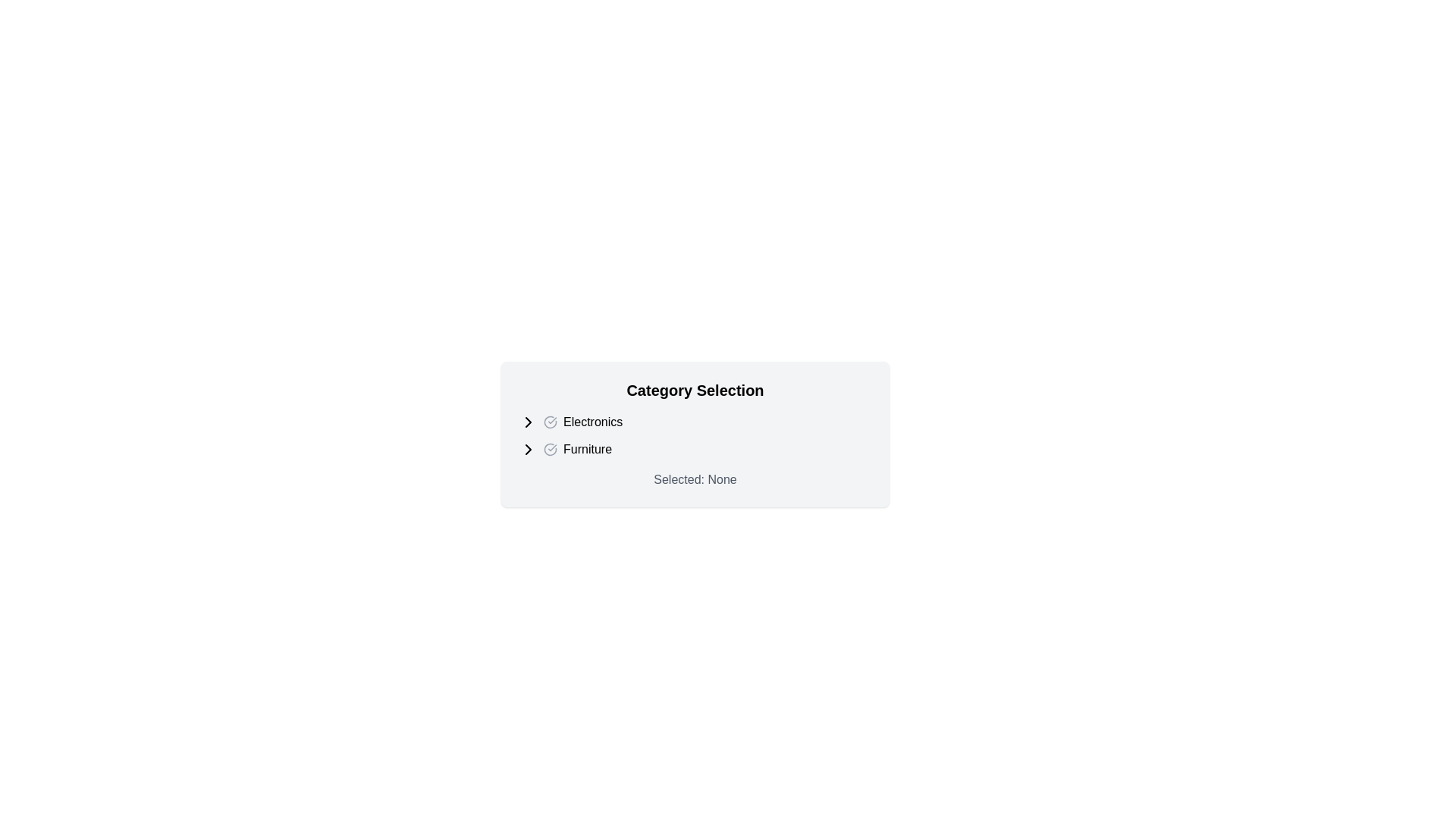 The width and height of the screenshot is (1456, 819). Describe the element at coordinates (694, 435) in the screenshot. I see `the panel titled 'Category Selection'` at that location.